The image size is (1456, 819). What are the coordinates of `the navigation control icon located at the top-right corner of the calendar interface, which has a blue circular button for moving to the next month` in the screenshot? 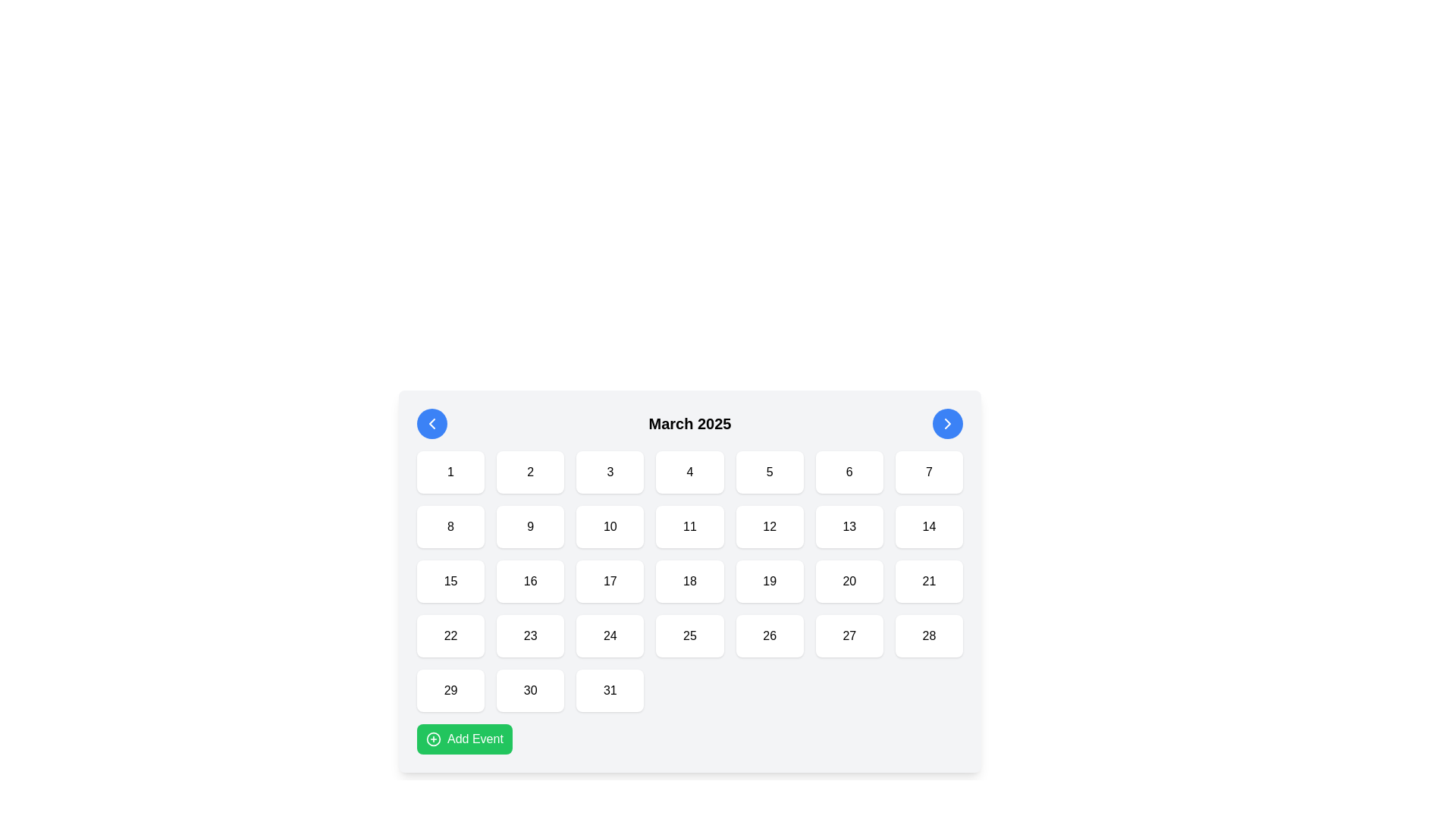 It's located at (946, 424).